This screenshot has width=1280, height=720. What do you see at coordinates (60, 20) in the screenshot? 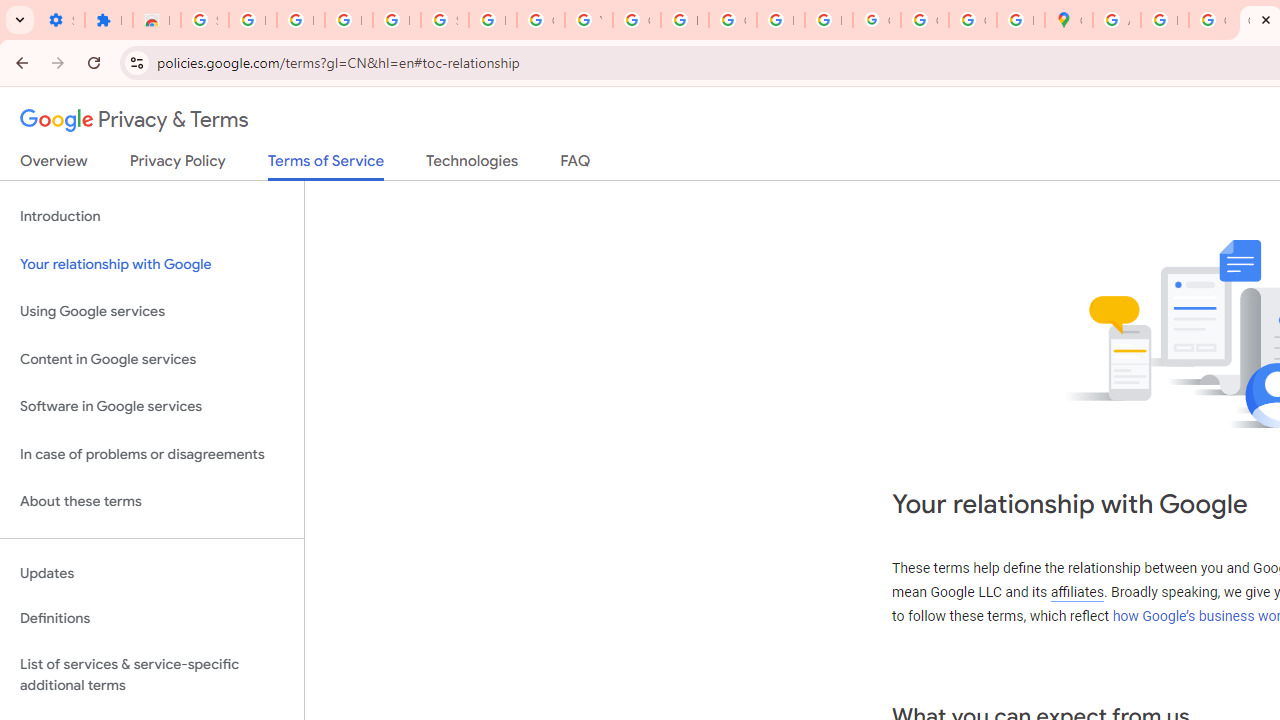
I see `'Settings - On startup'` at bounding box center [60, 20].